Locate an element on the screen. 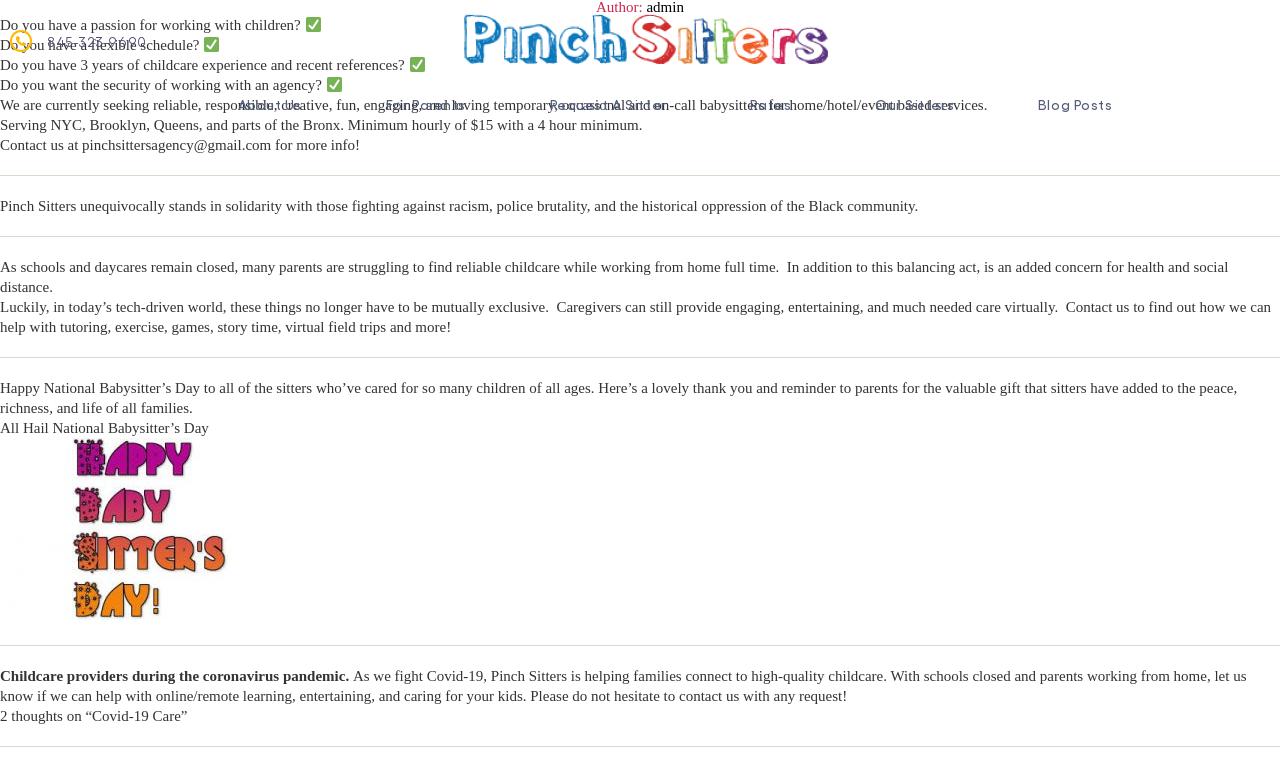 The width and height of the screenshot is (1280, 766). 'As schools and daycares remain closed, many parents are struggling to find reliable childcare while working from home full time.  In addition to this balancing act, is an added concern for health and social distance.' is located at coordinates (613, 276).